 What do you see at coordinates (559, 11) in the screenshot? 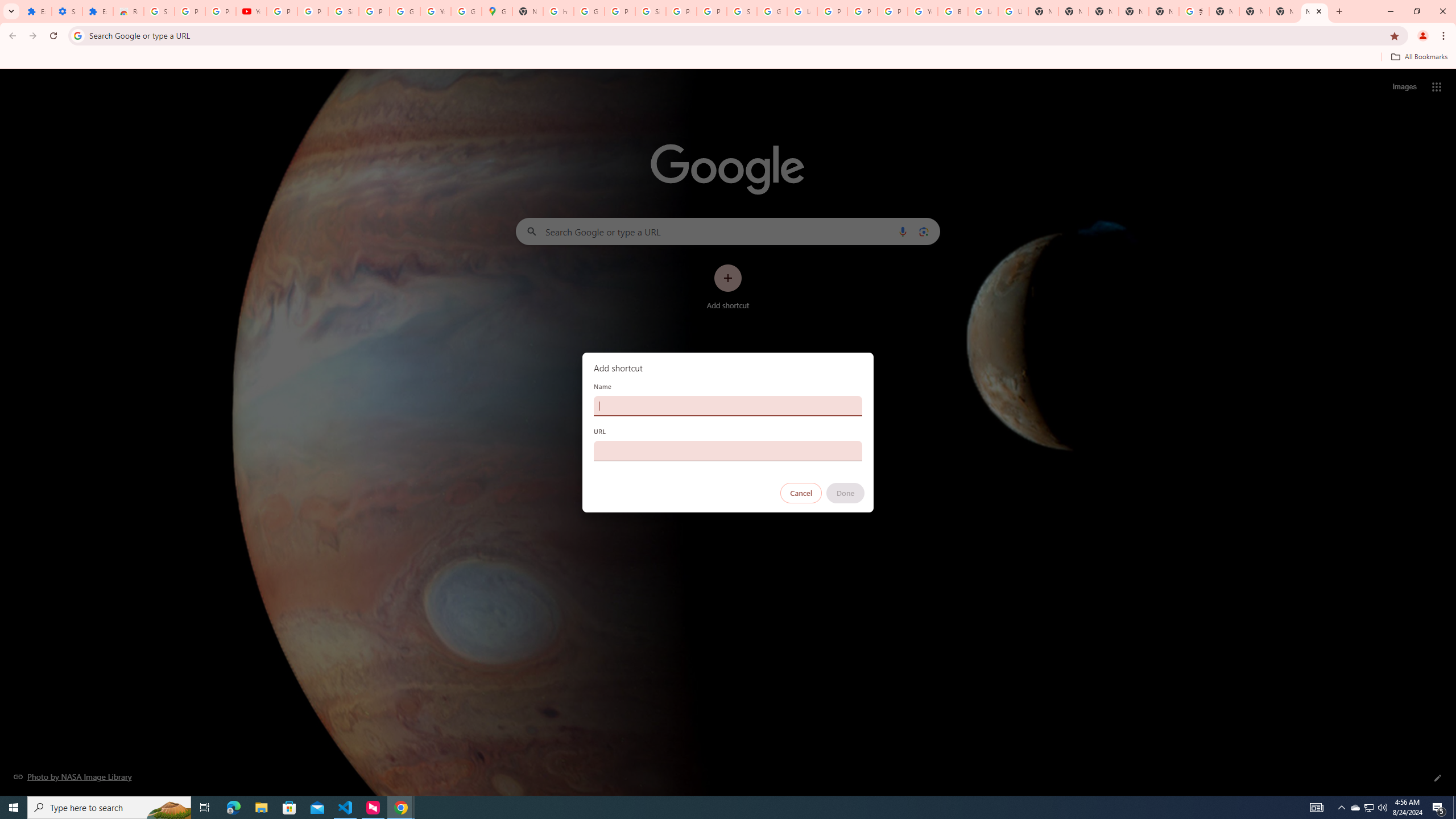
I see `'https://scholar.google.com/'` at bounding box center [559, 11].